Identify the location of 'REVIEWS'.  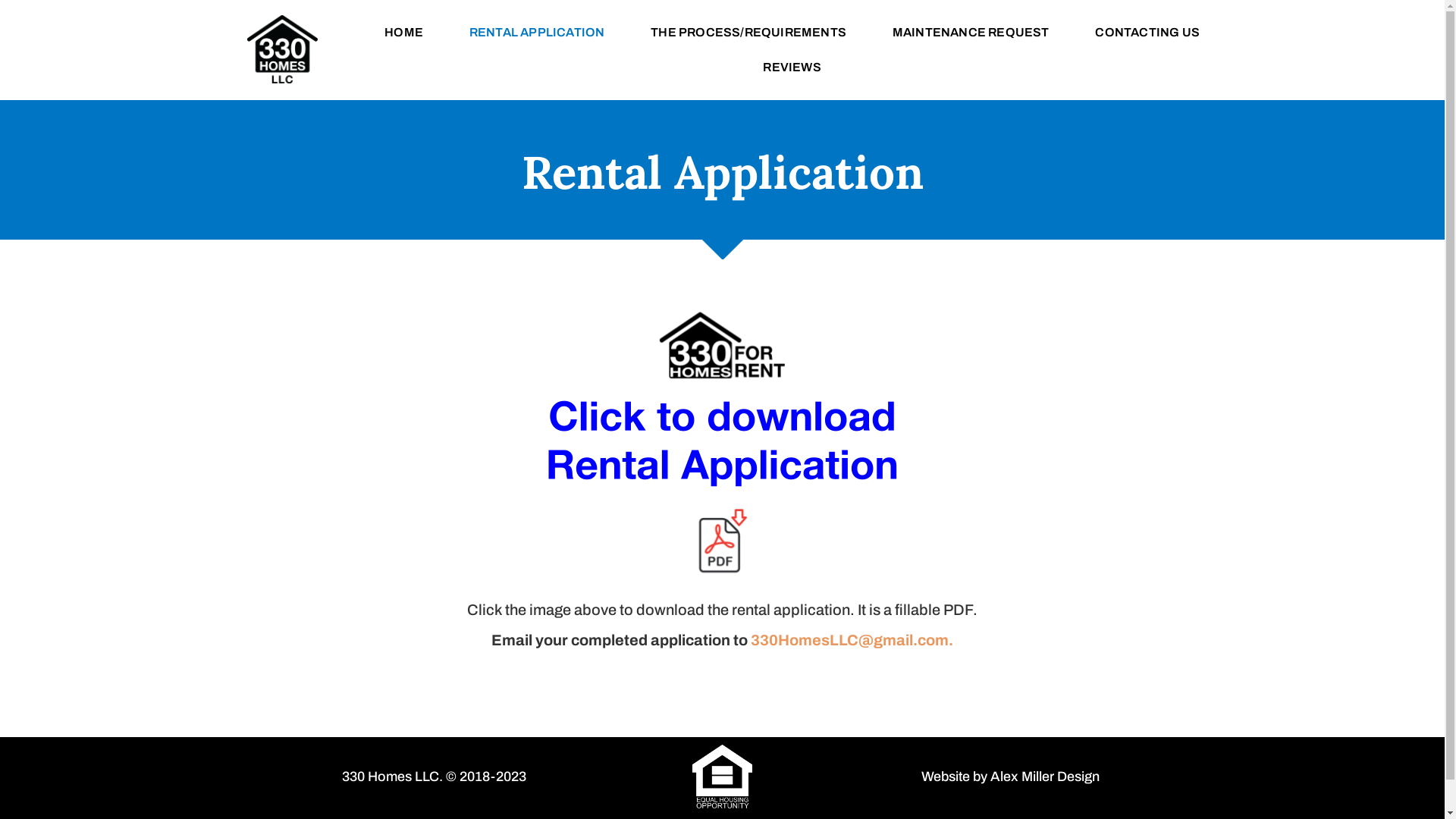
(792, 66).